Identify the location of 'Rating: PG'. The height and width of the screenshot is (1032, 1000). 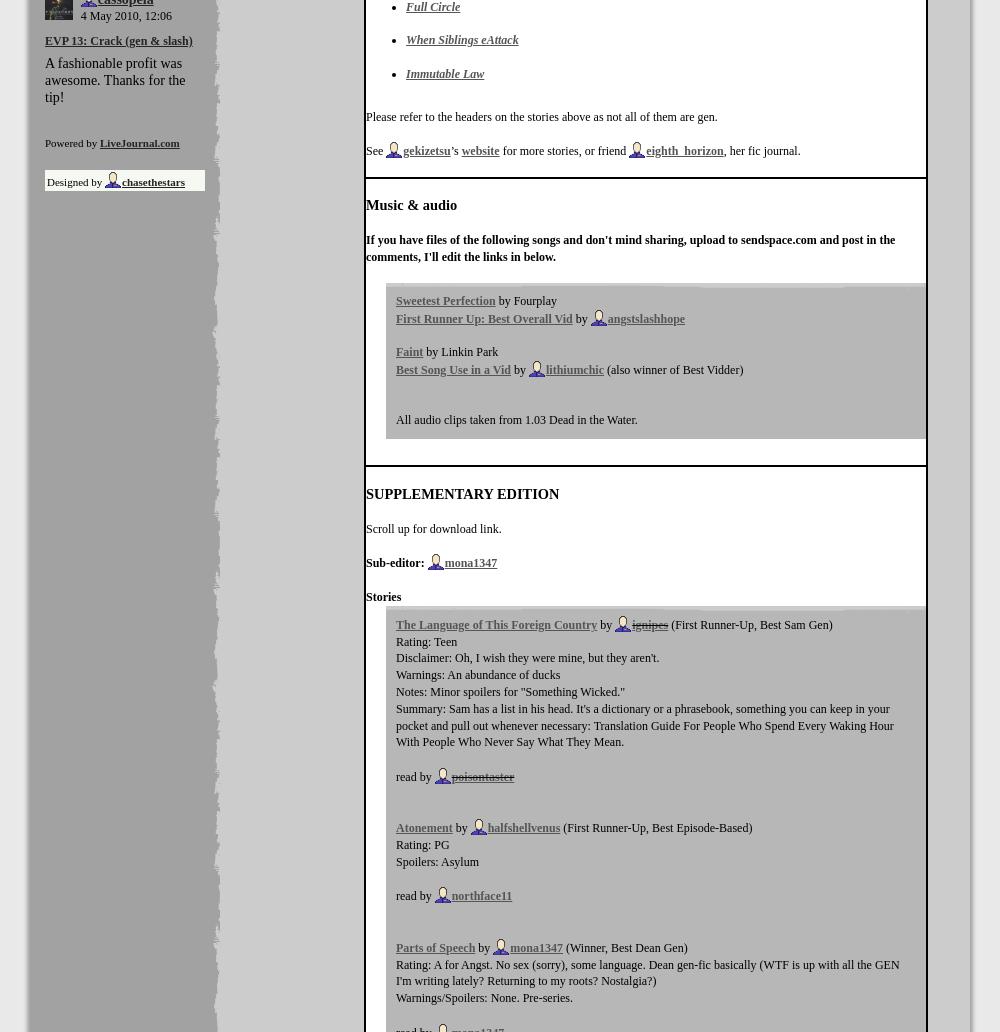
(422, 845).